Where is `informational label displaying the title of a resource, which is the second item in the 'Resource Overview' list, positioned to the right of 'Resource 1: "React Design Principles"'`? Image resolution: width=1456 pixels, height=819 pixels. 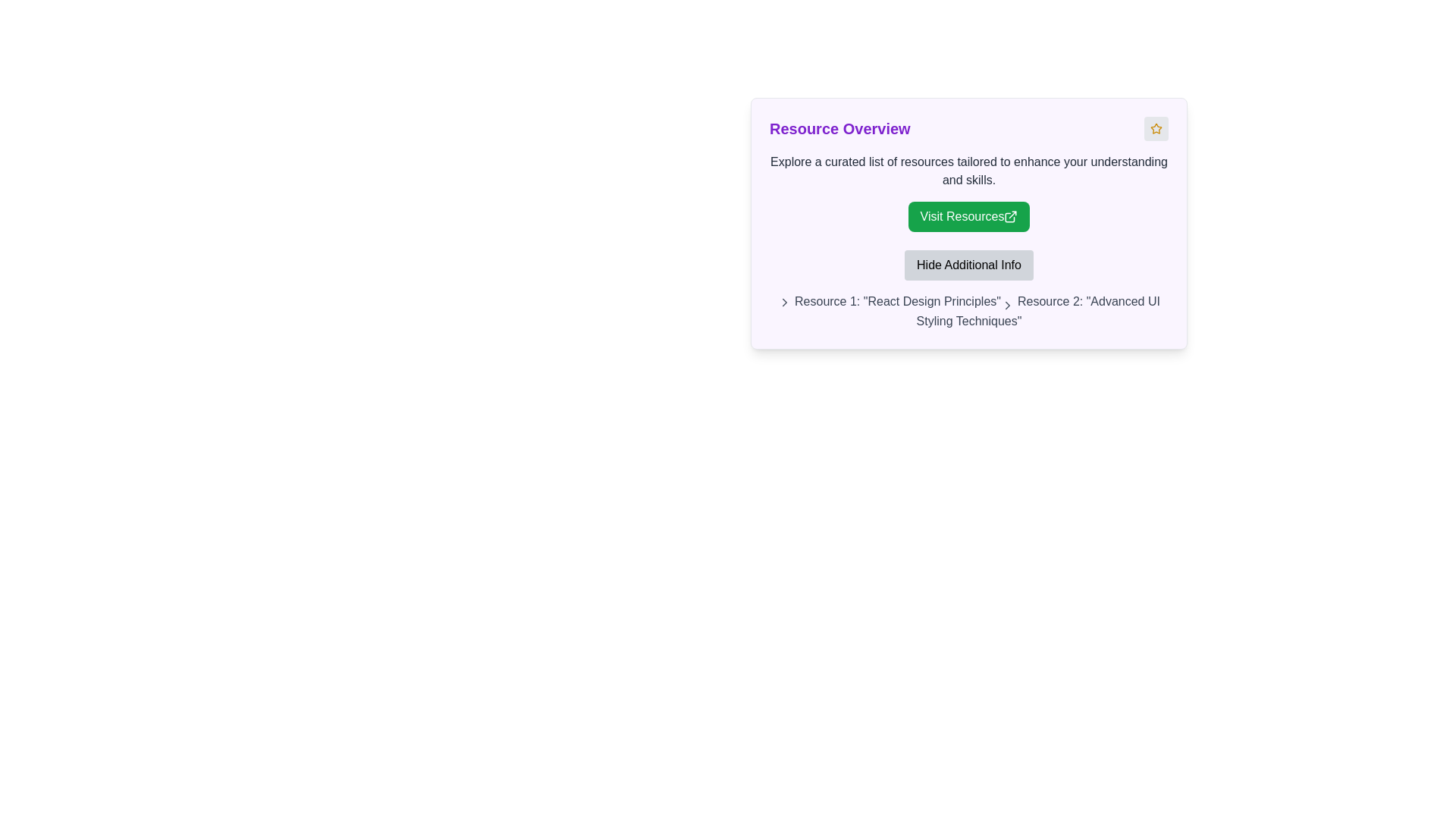 informational label displaying the title of a resource, which is the second item in the 'Resource Overview' list, positioned to the right of 'Resource 1: "React Design Principles"' is located at coordinates (1037, 310).